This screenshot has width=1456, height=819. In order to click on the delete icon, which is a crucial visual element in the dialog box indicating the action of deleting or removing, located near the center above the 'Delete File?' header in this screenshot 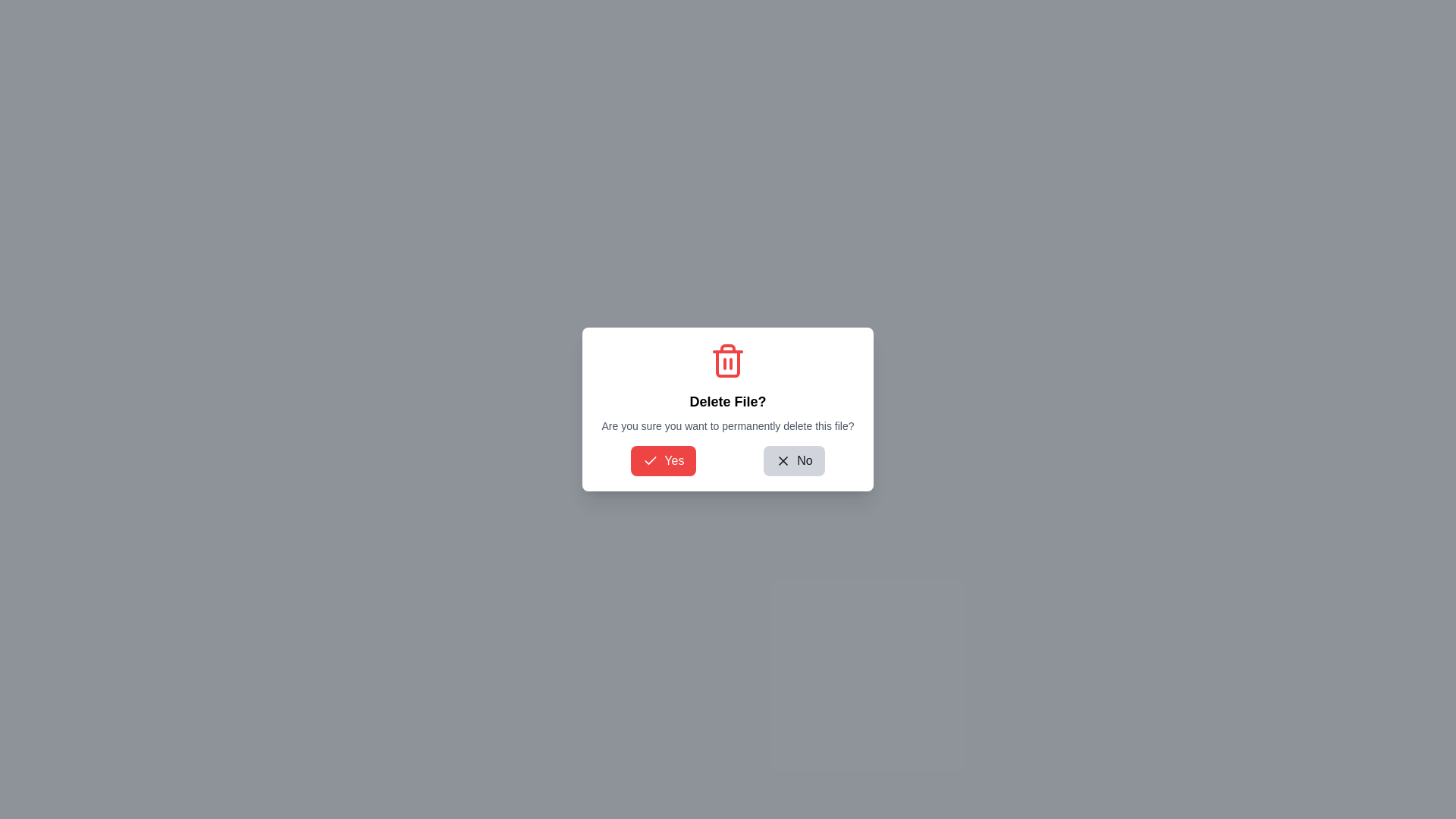, I will do `click(728, 360)`.